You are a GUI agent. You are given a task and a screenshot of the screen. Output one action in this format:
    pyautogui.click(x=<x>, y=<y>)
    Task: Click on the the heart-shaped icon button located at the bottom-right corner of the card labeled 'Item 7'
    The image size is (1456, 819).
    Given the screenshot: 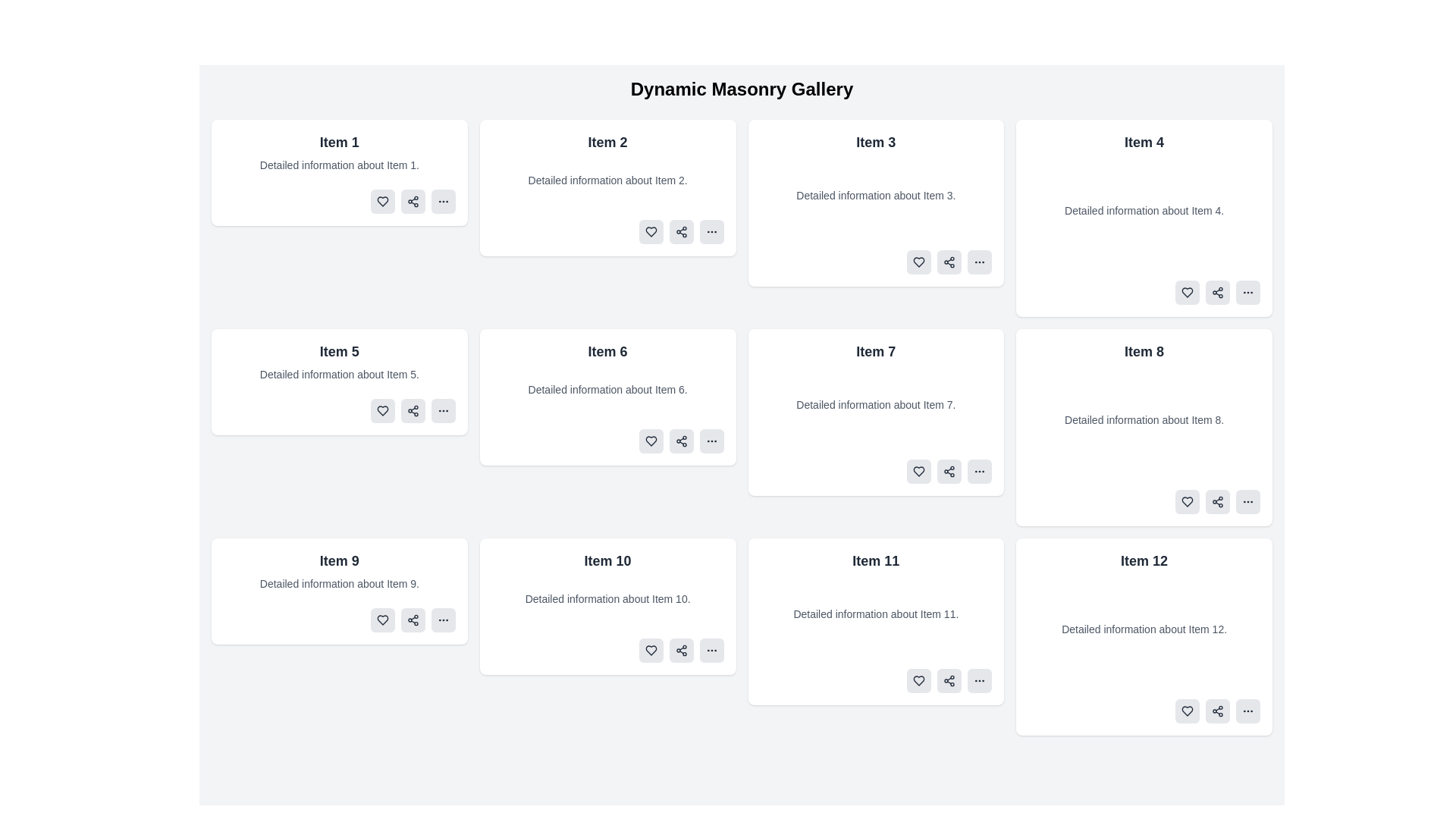 What is the action you would take?
    pyautogui.click(x=918, y=470)
    